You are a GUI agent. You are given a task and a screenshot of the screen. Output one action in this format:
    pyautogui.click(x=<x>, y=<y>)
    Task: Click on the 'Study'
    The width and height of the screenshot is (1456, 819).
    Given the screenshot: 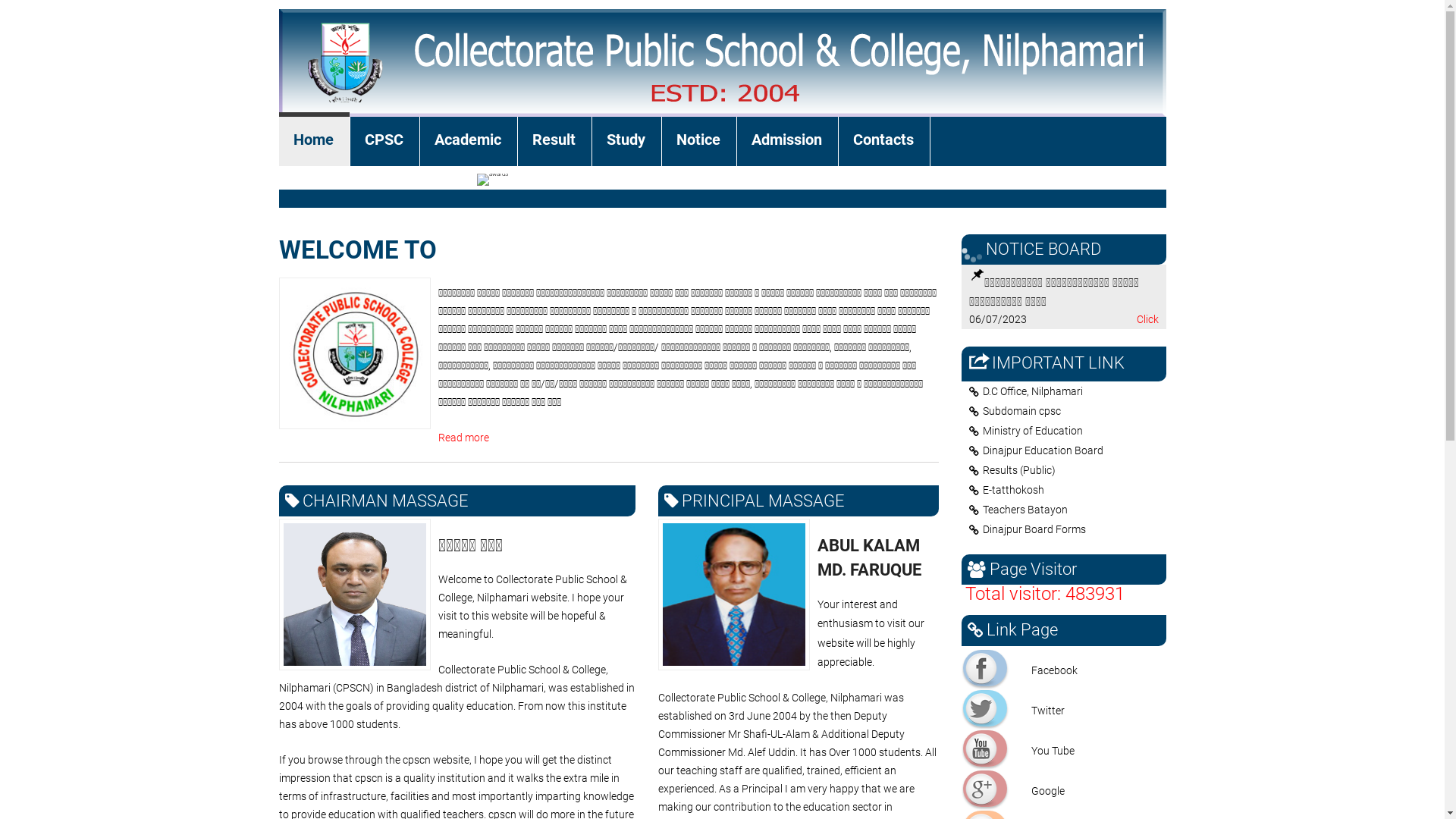 What is the action you would take?
    pyautogui.click(x=626, y=141)
    